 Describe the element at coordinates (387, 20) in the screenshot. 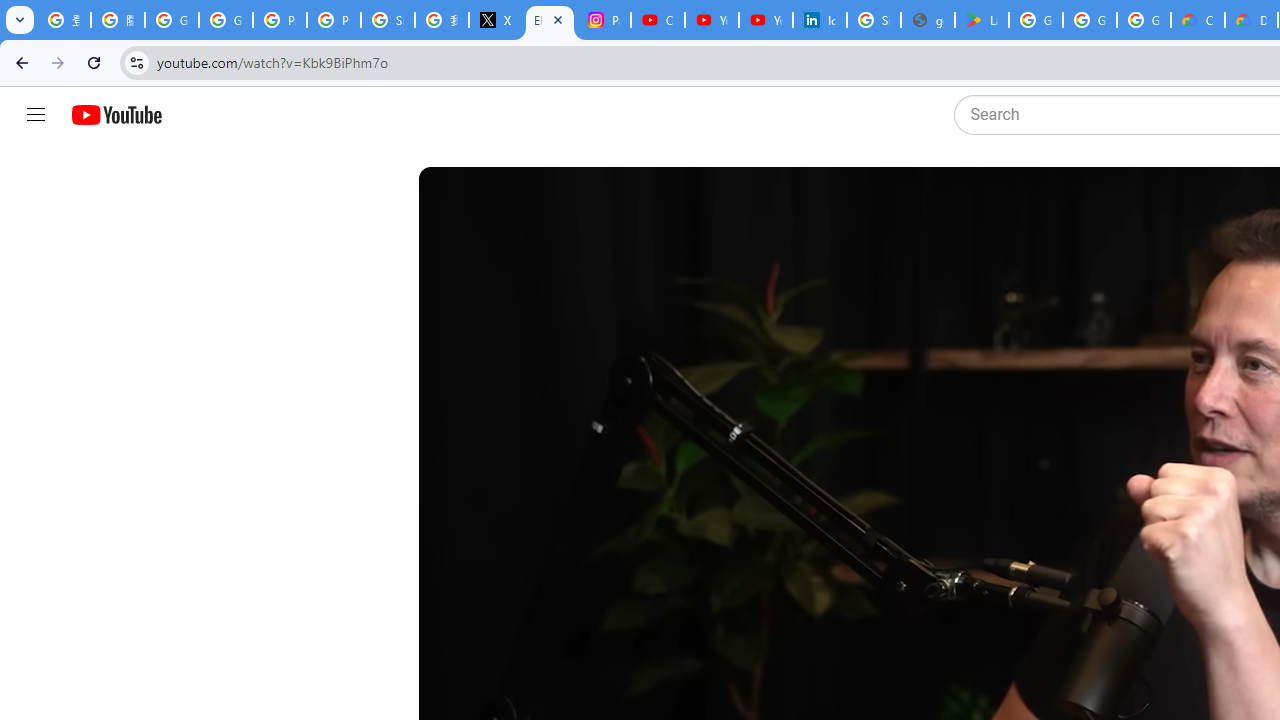

I see `'Sign in - Google Accounts'` at that location.